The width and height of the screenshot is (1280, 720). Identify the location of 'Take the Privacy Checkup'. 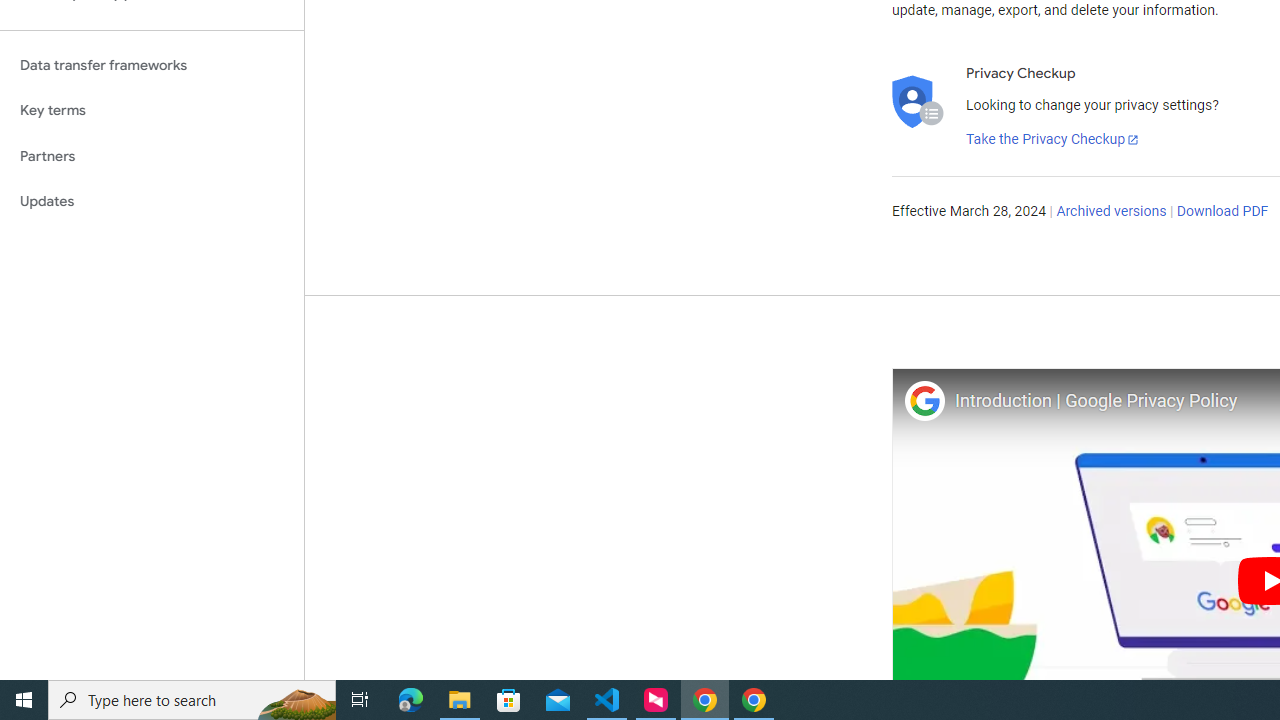
(1052, 139).